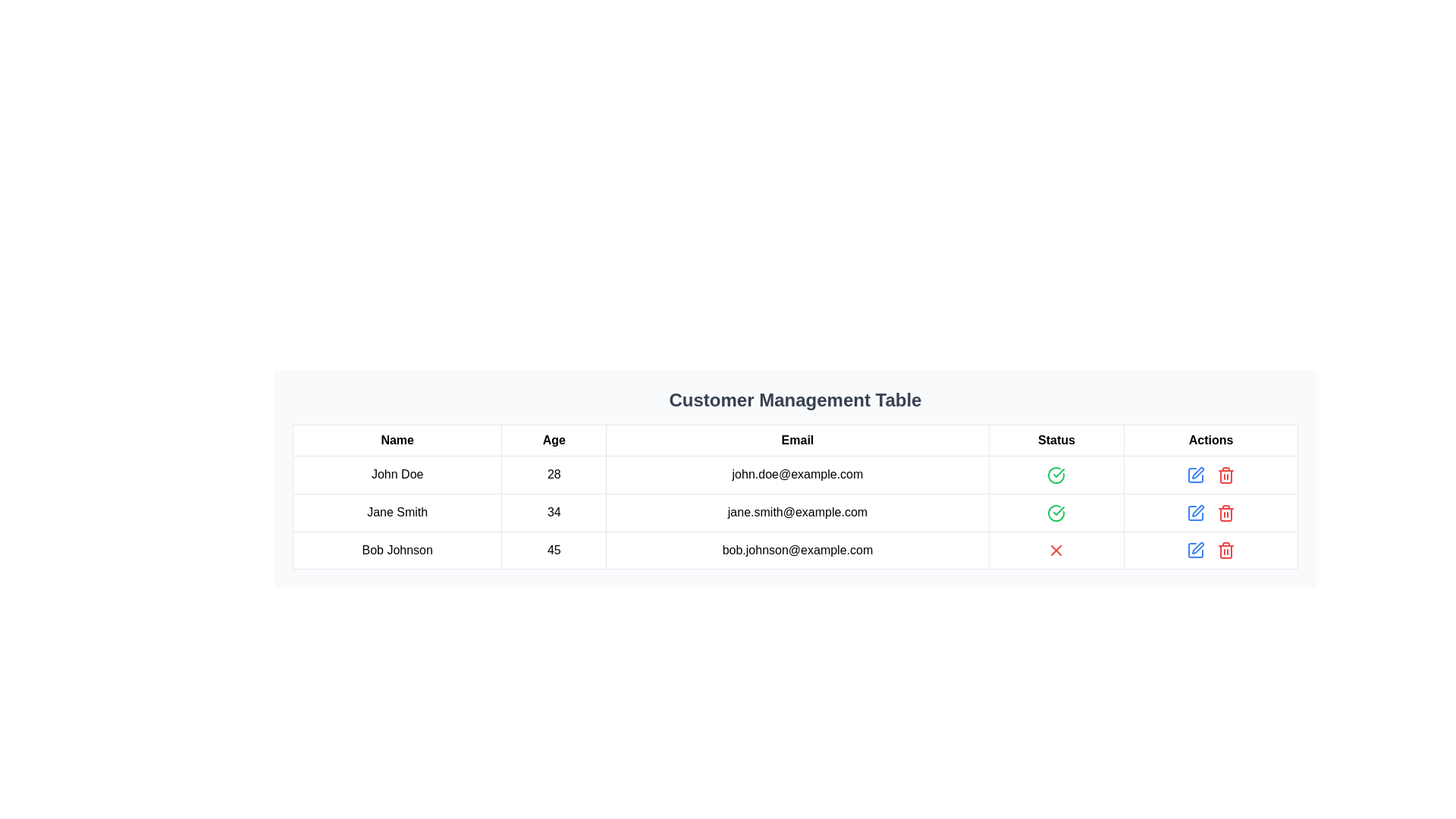  Describe the element at coordinates (1056, 441) in the screenshot. I see `the 'Status' text label in the fourth column of the table header, which is positioned between the 'Email' and 'Actions' columns` at that location.